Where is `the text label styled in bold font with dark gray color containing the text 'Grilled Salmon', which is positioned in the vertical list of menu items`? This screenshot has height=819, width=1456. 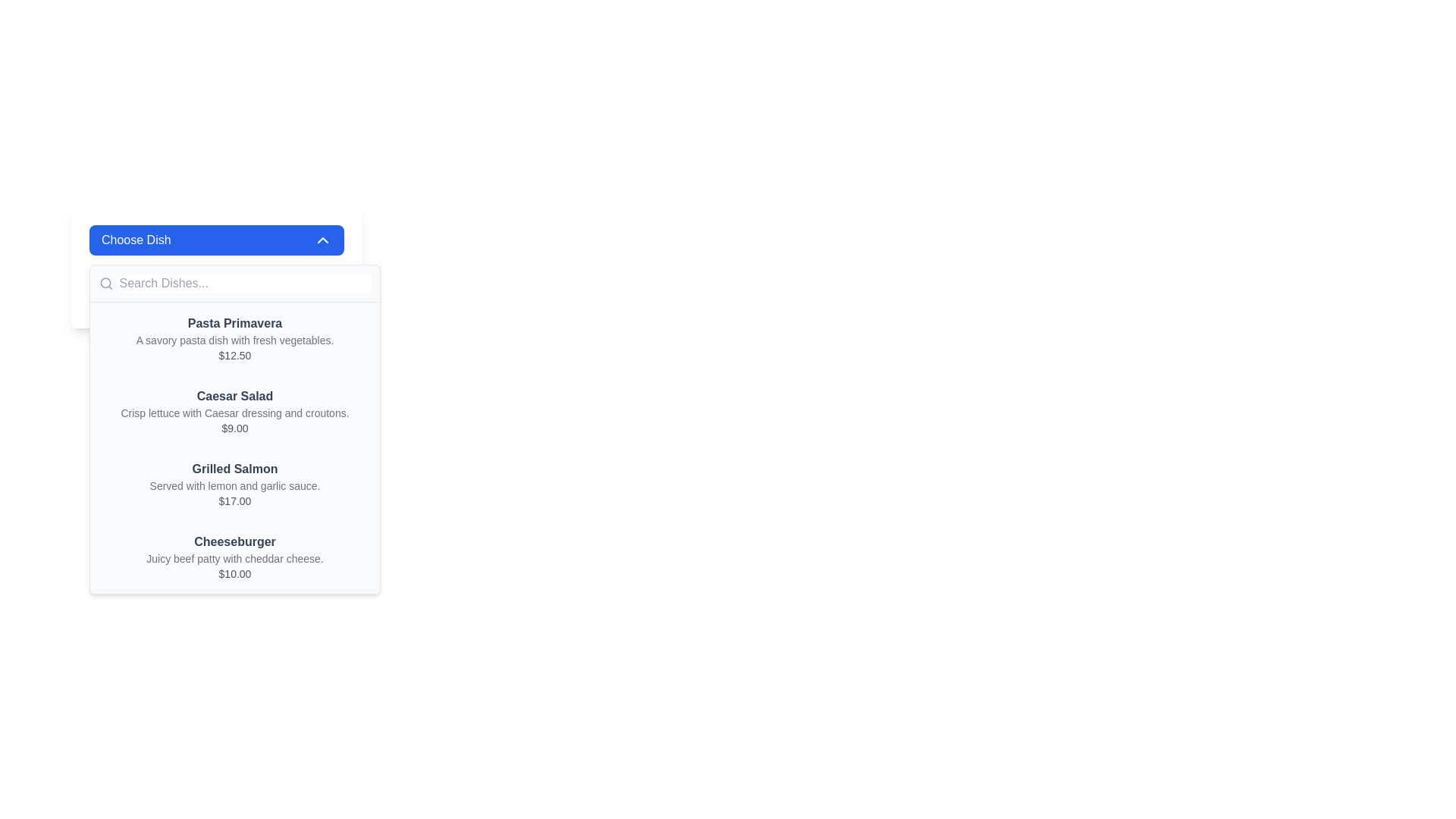
the text label styled in bold font with dark gray color containing the text 'Grilled Salmon', which is positioned in the vertical list of menu items is located at coordinates (234, 468).